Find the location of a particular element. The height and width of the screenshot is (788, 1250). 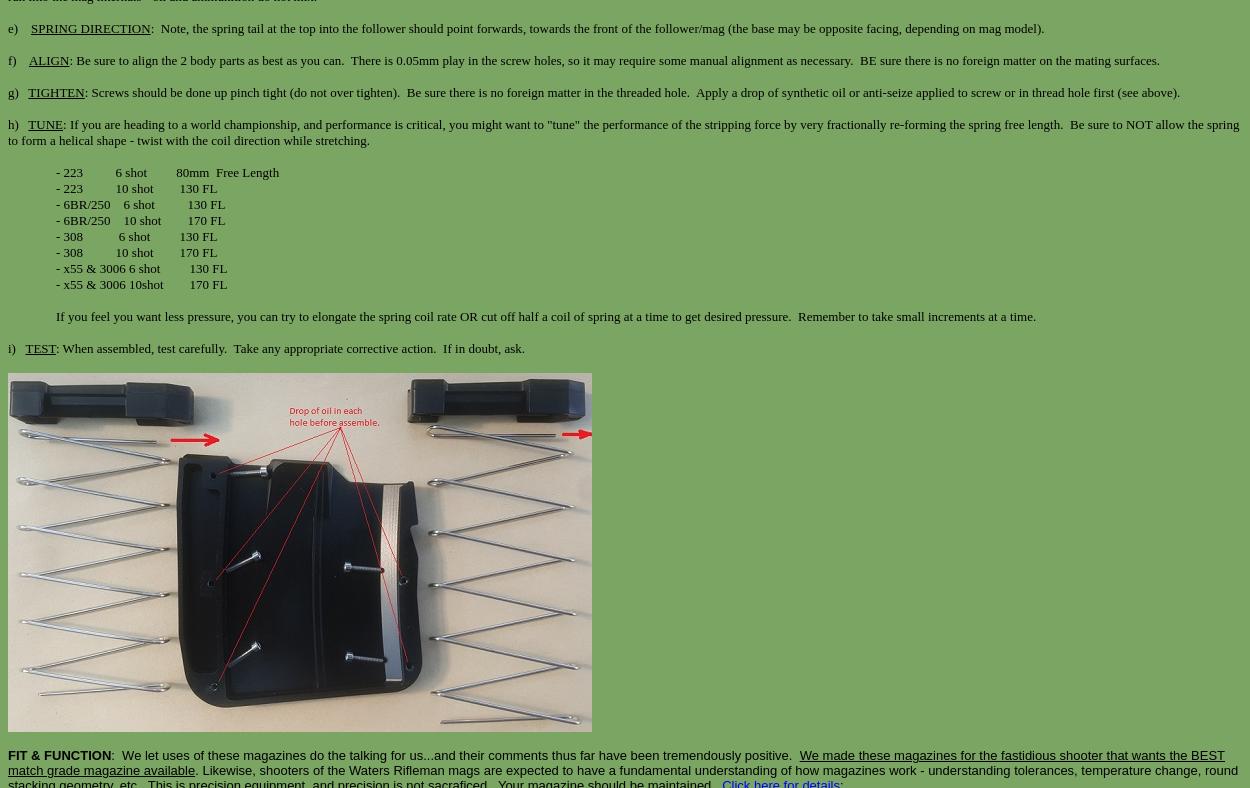

':  We let uses of these 
magazines do the talking for us...and their comments thus far have been 
tremendously positive.' is located at coordinates (454, 755).